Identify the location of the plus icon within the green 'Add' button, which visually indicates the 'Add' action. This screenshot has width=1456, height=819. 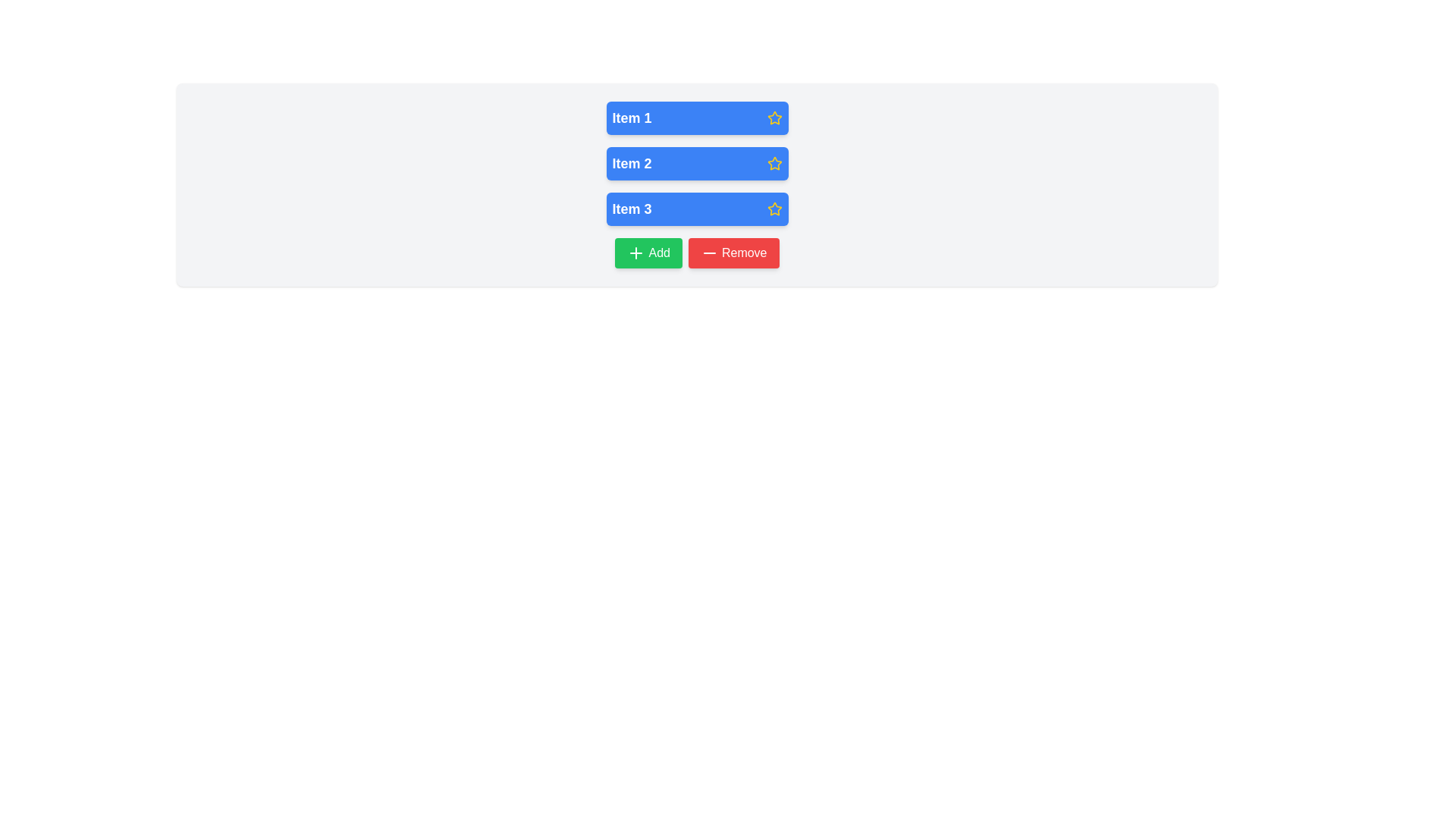
(636, 253).